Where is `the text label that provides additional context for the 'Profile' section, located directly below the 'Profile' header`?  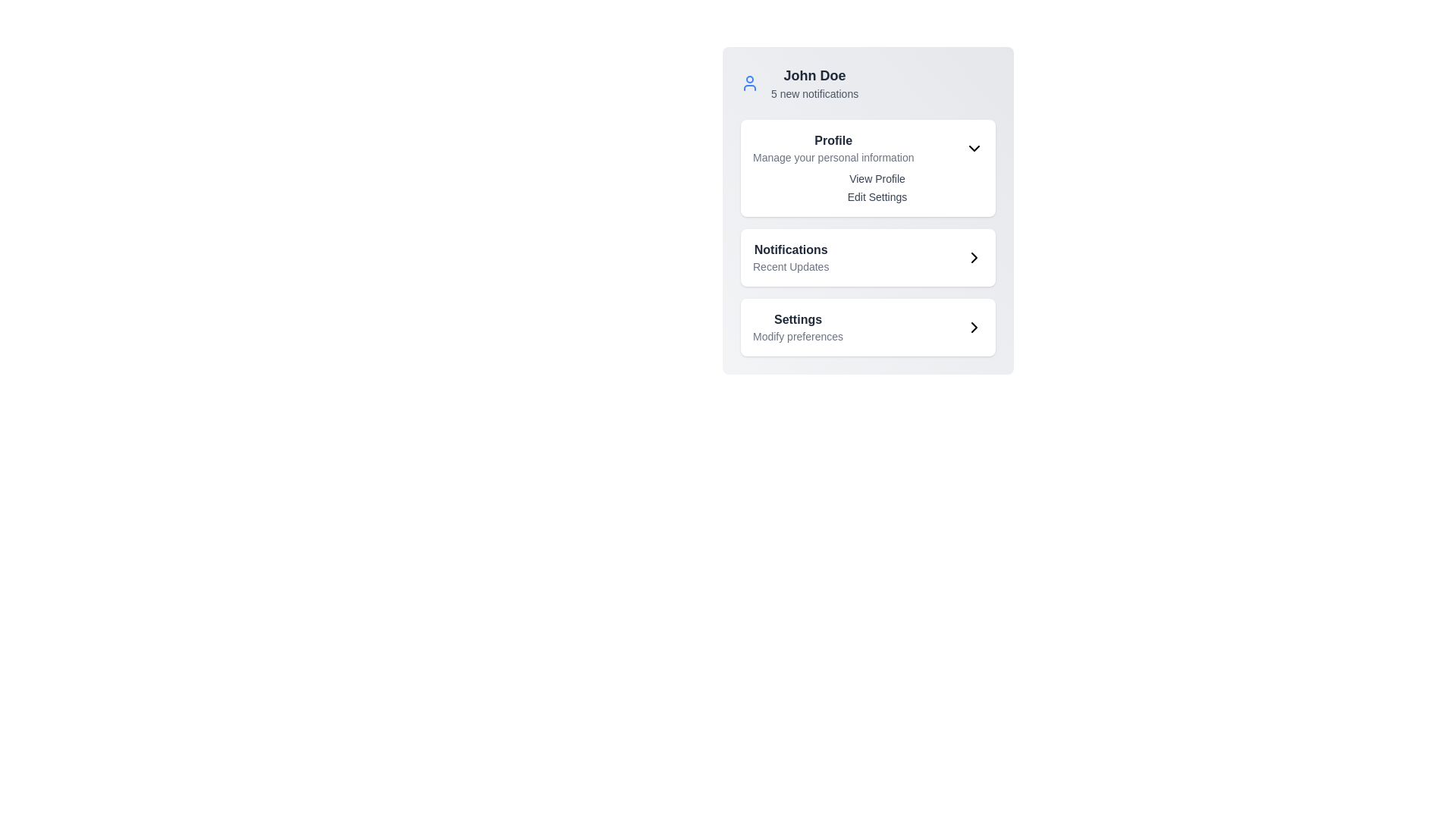
the text label that provides additional context for the 'Profile' section, located directly below the 'Profile' header is located at coordinates (833, 158).